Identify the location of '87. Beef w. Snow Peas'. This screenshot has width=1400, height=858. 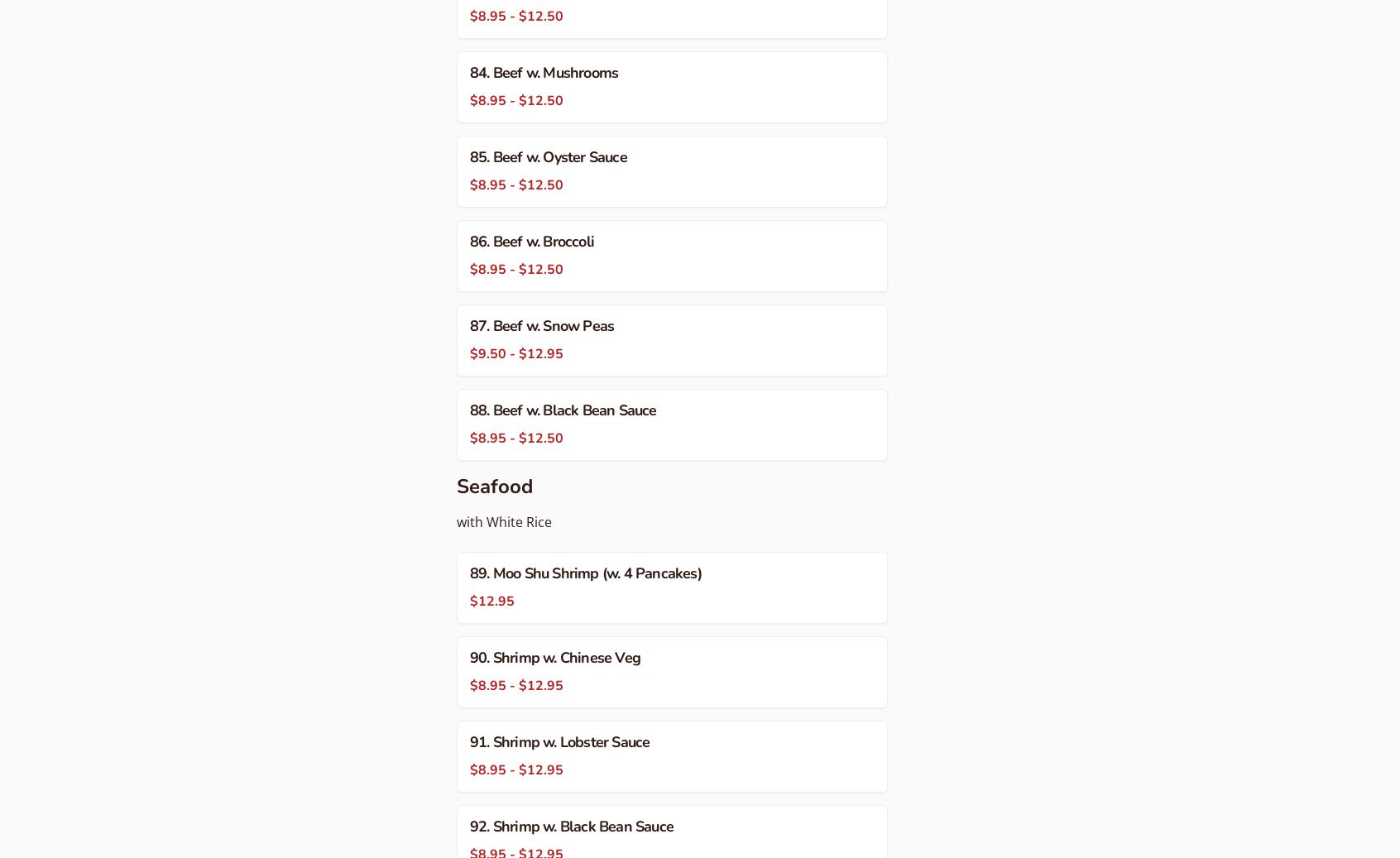
(541, 324).